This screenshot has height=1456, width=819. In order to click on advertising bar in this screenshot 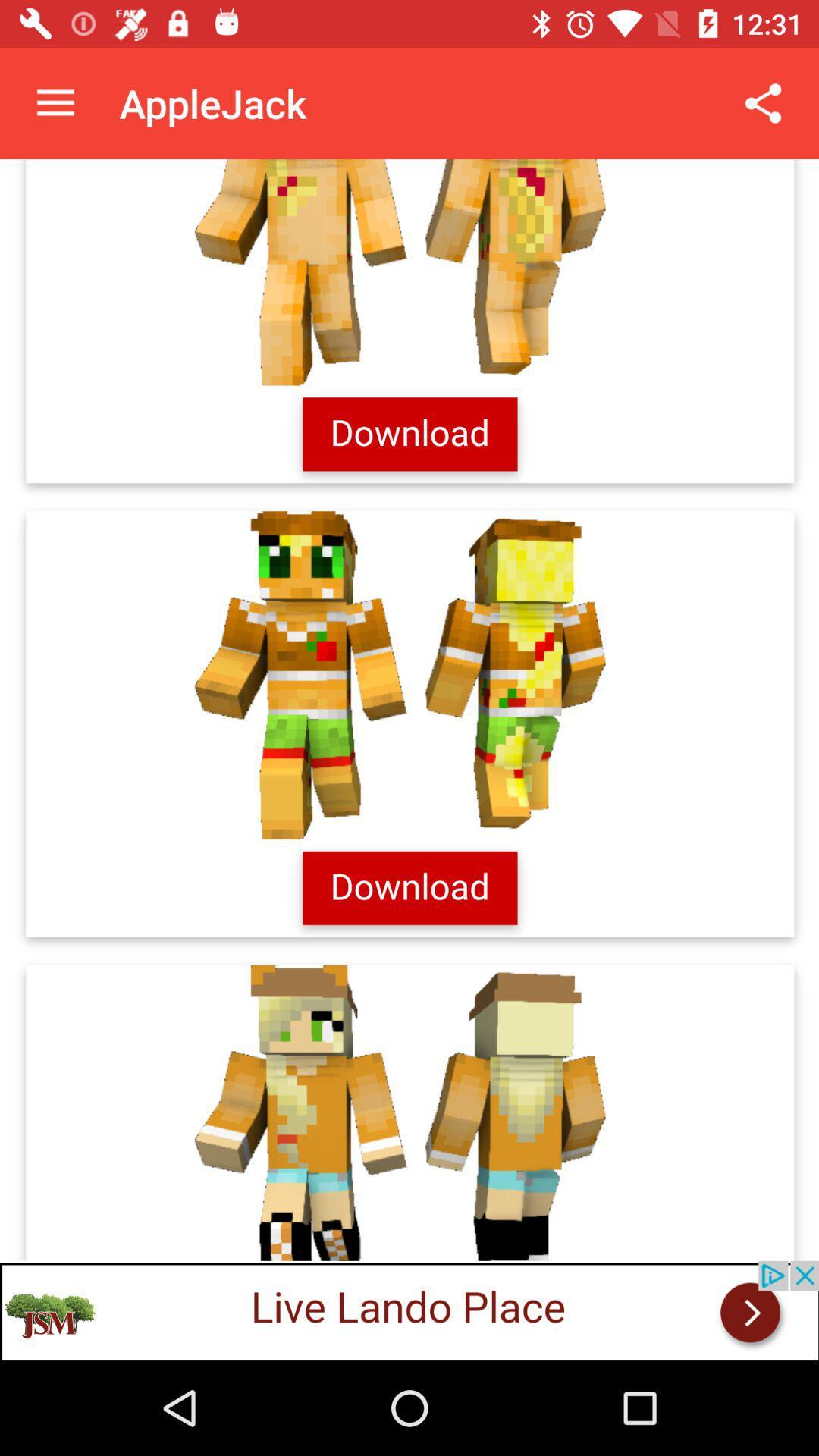, I will do `click(409, 1310)`.